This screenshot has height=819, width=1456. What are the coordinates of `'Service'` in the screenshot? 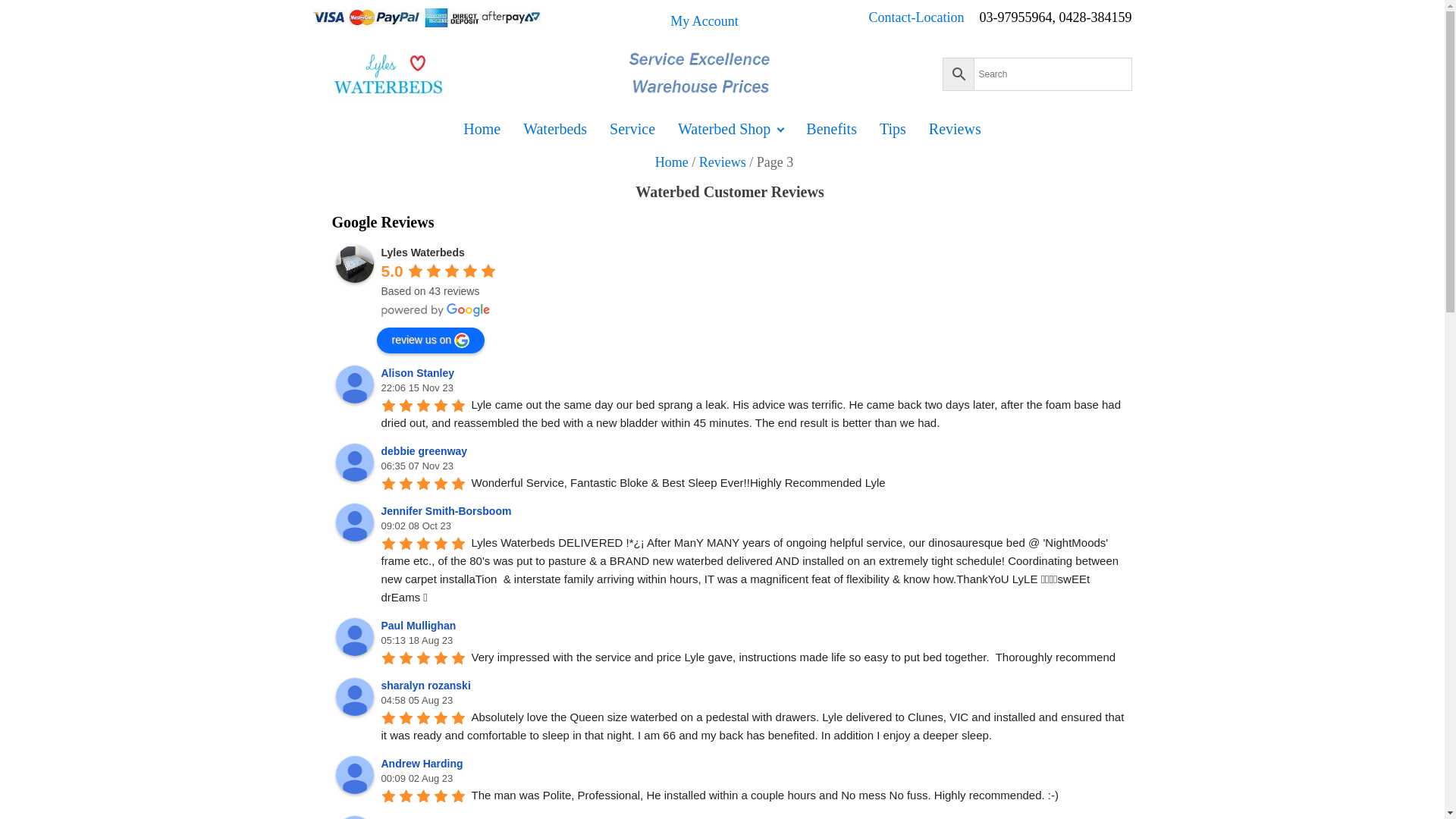 It's located at (632, 127).